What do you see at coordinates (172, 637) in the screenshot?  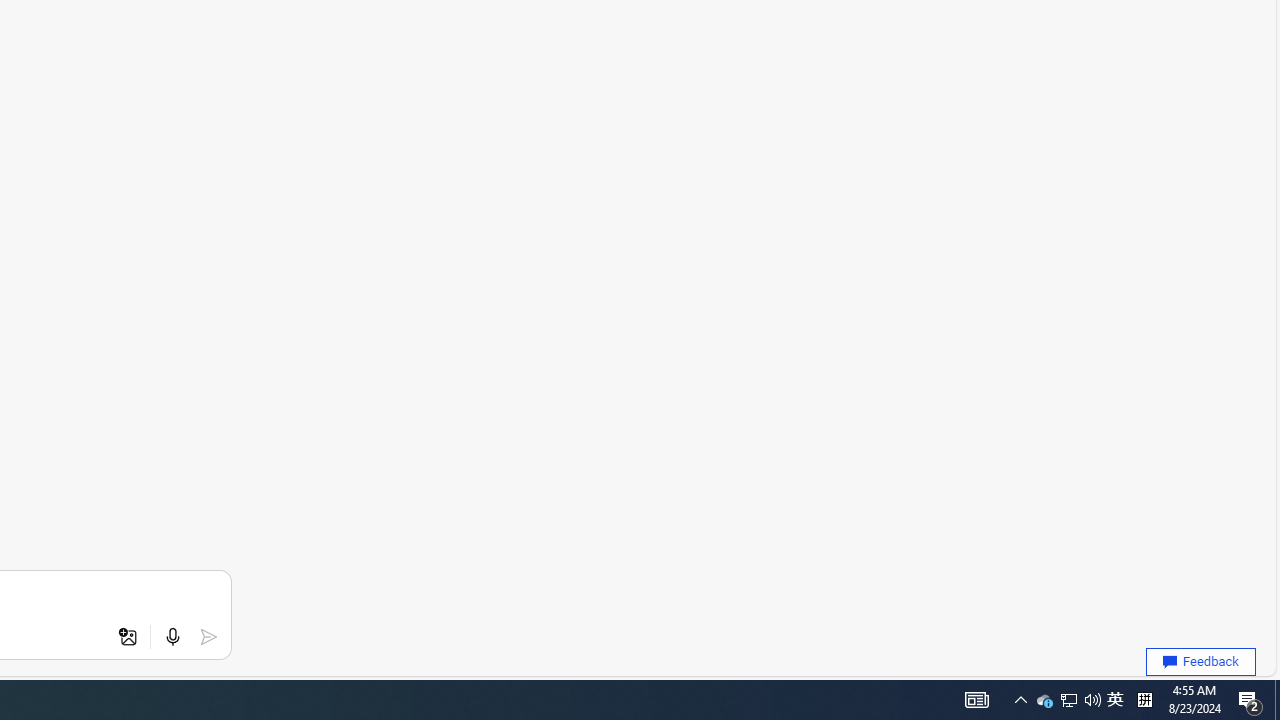 I see `'Use microphone'` at bounding box center [172, 637].